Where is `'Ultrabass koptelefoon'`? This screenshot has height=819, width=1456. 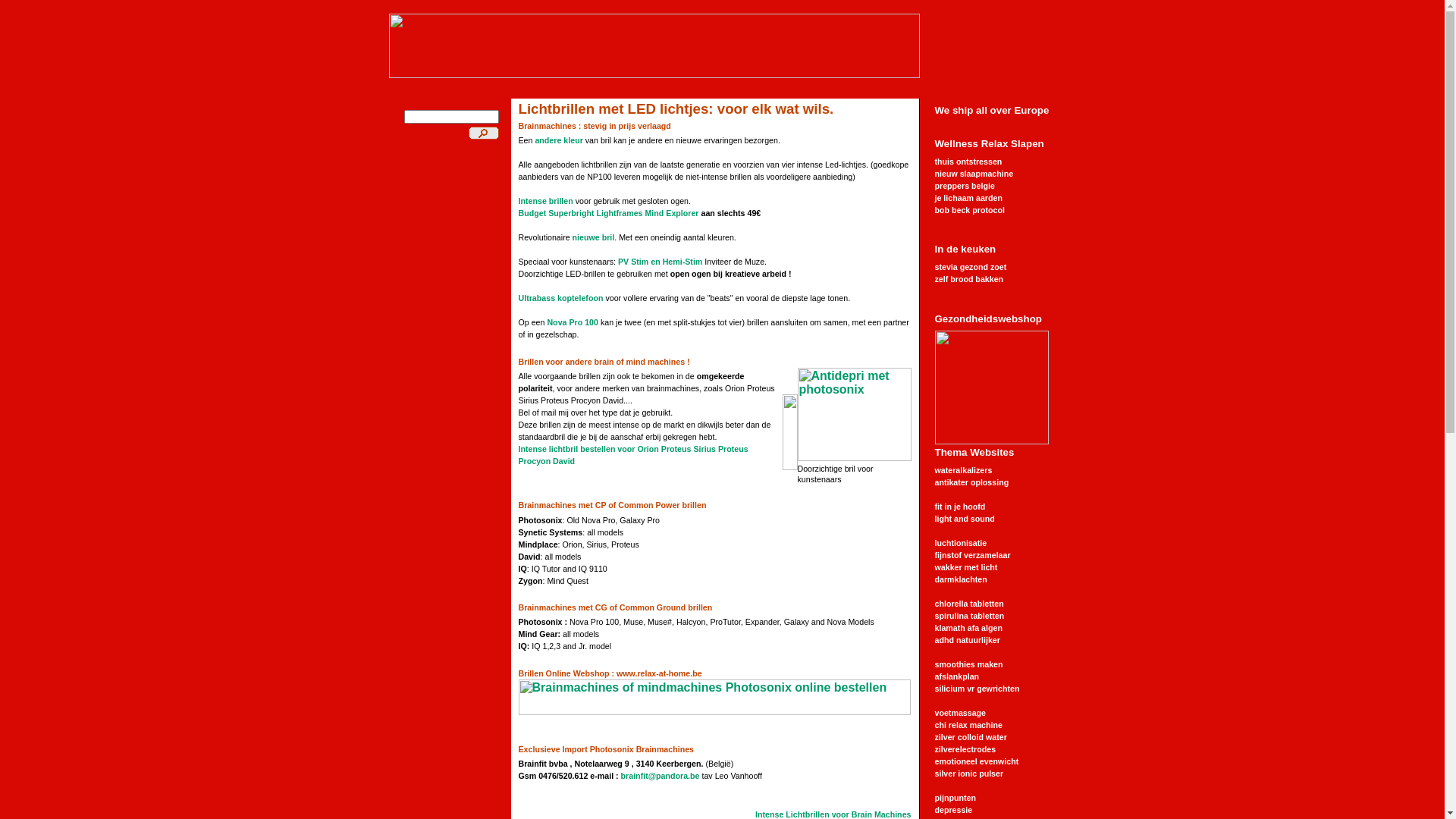
'Ultrabass koptelefoon' is located at coordinates (560, 298).